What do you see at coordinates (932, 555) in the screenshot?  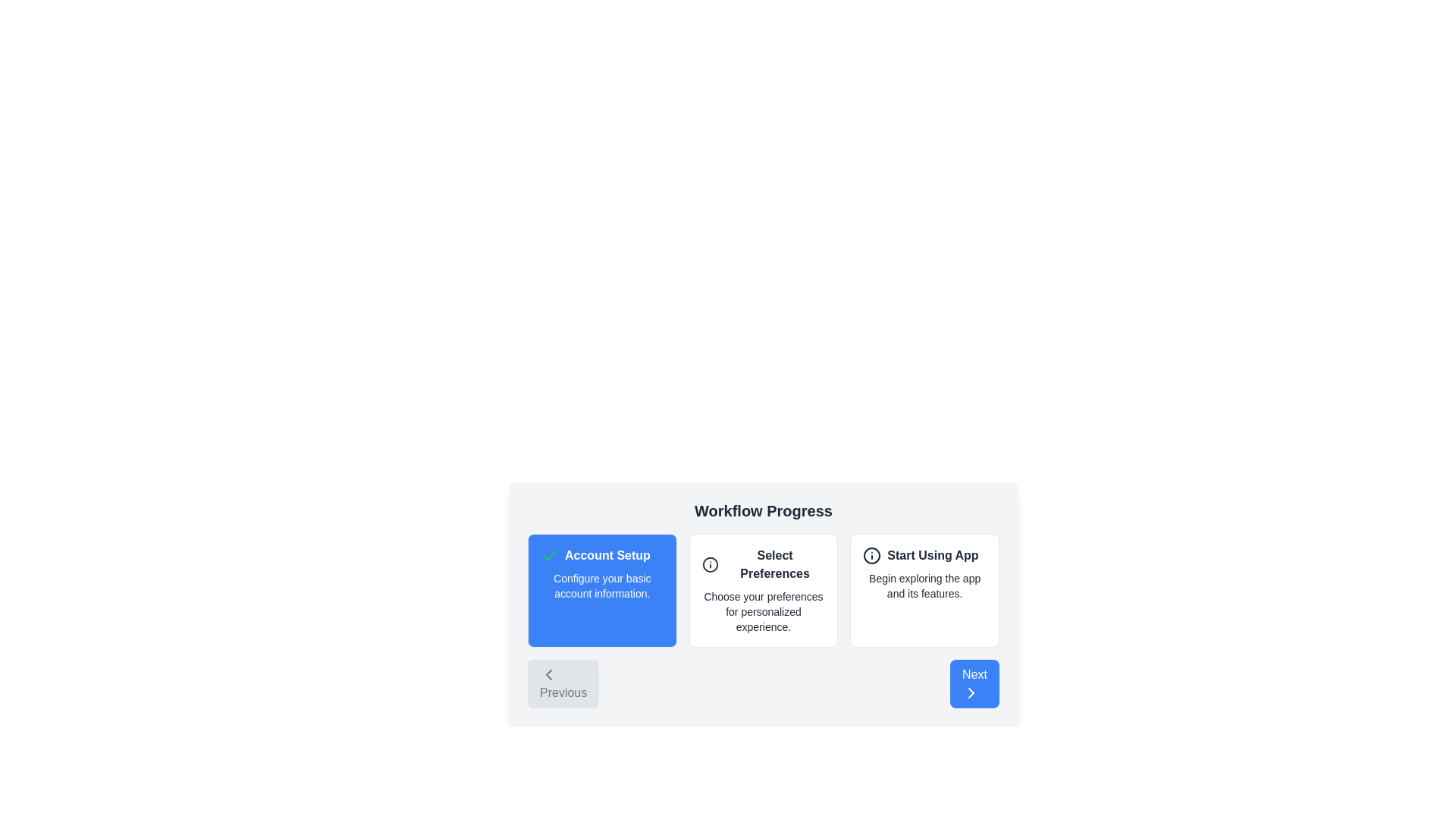 I see `text labeled 'Start Using App' located in the third and rightmost card of the workflow component, which includes an informational icon beside it and additional descriptive text below` at bounding box center [932, 555].